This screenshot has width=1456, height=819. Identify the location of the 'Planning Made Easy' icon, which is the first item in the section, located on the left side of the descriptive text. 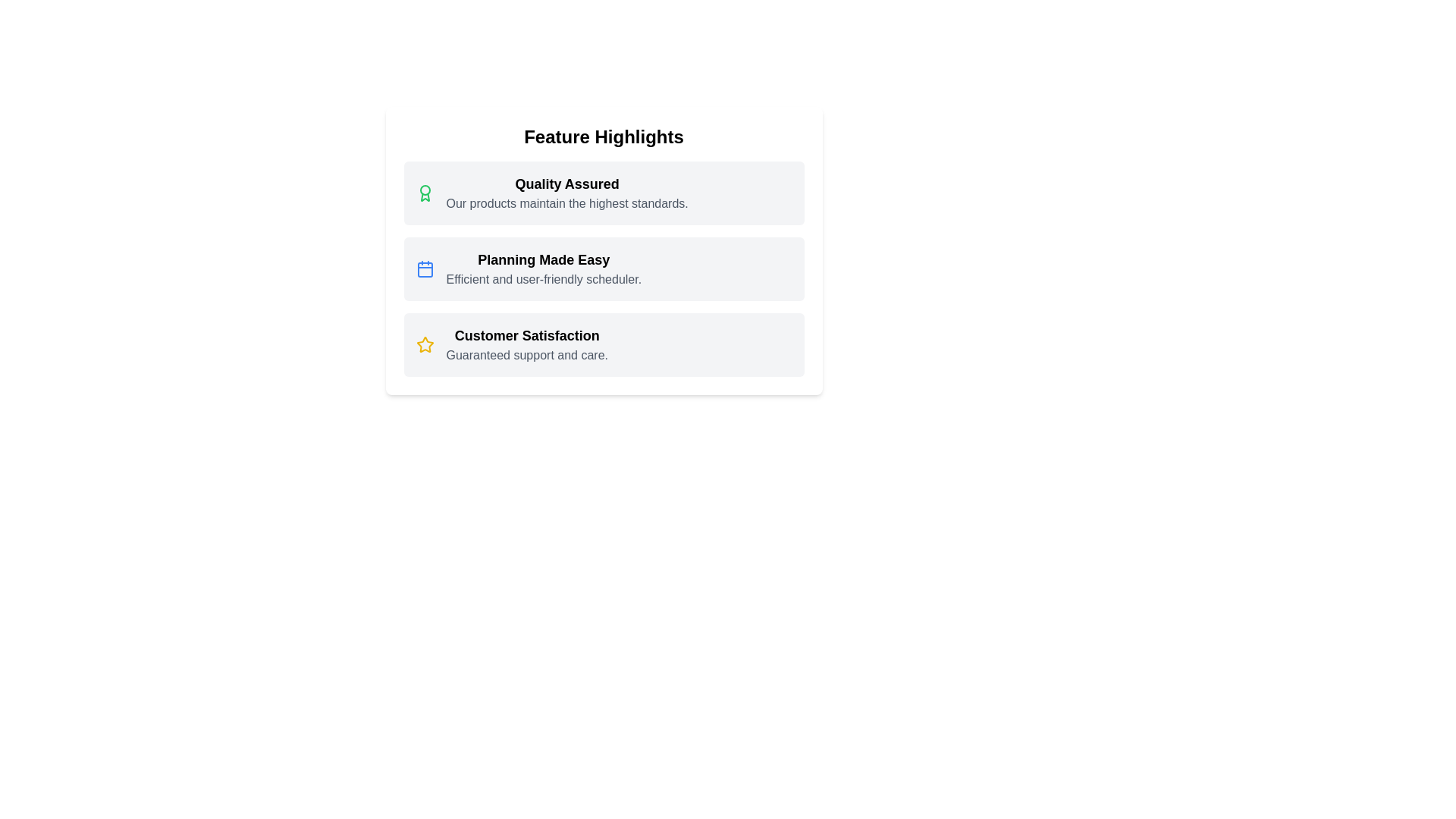
(425, 268).